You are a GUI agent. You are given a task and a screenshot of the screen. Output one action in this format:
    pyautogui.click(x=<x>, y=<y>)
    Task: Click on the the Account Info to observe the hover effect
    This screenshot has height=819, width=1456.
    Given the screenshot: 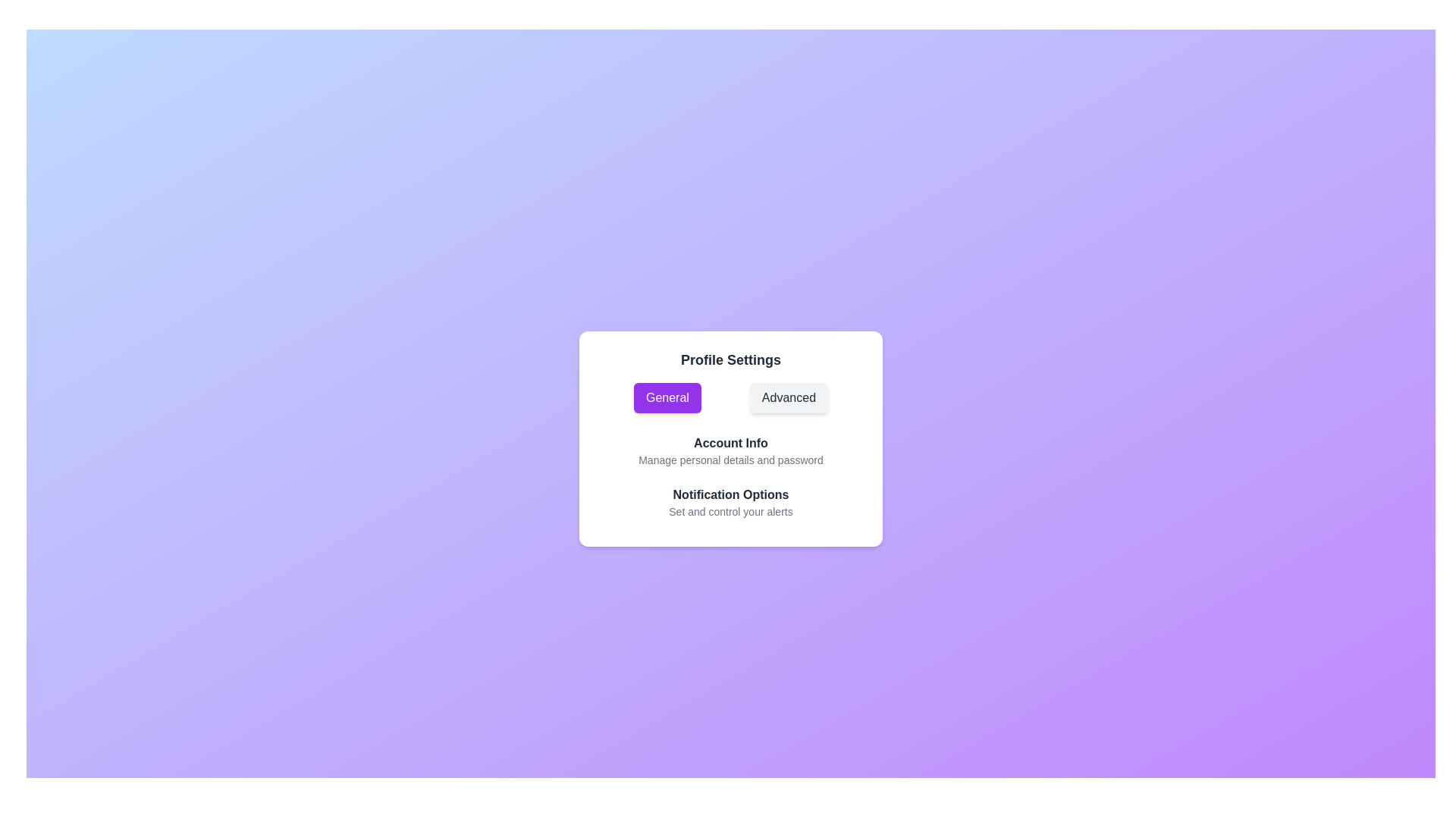 What is the action you would take?
    pyautogui.click(x=731, y=450)
    